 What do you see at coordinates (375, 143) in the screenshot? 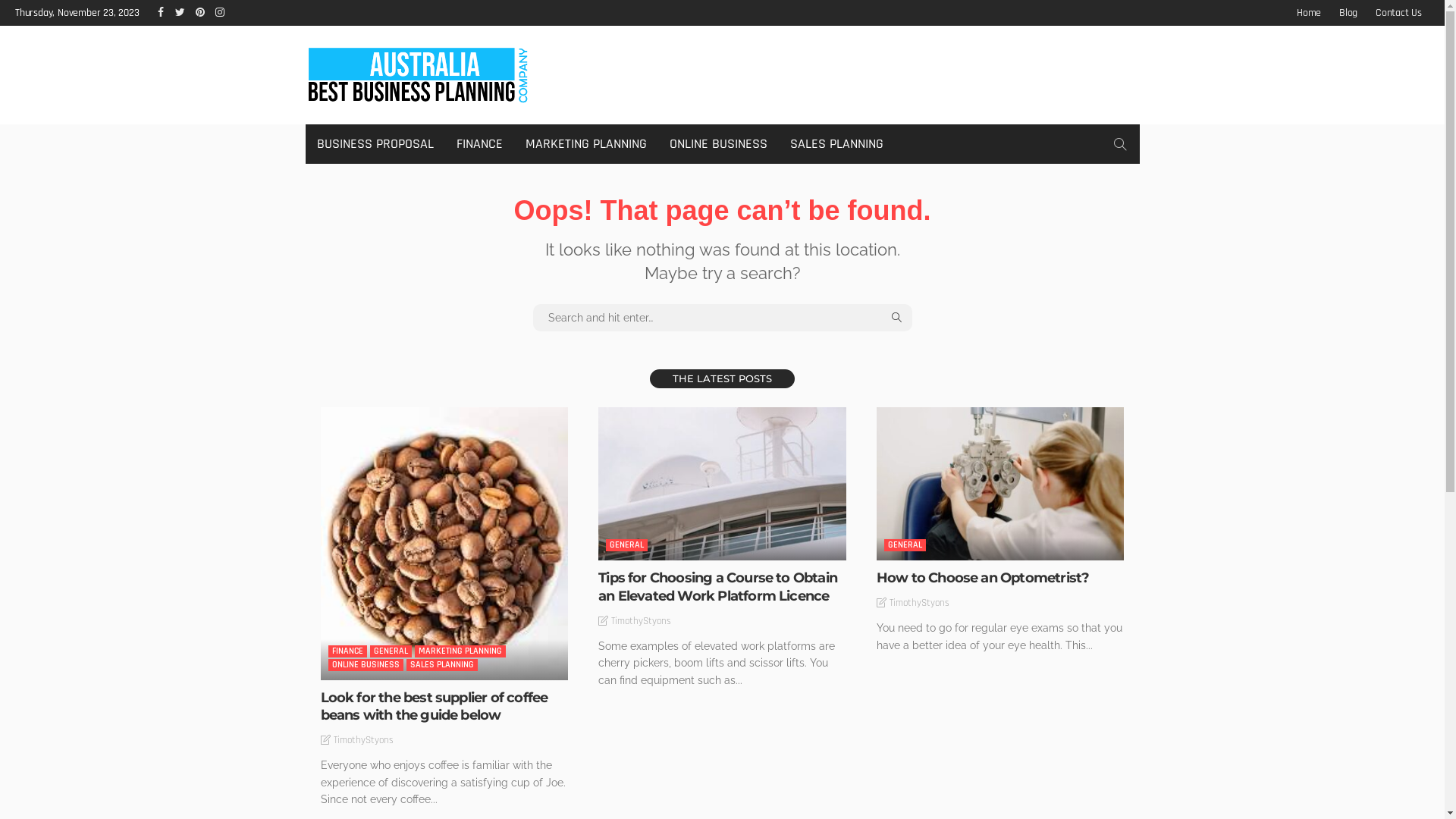
I see `'BUSINESS PROPOSAL'` at bounding box center [375, 143].